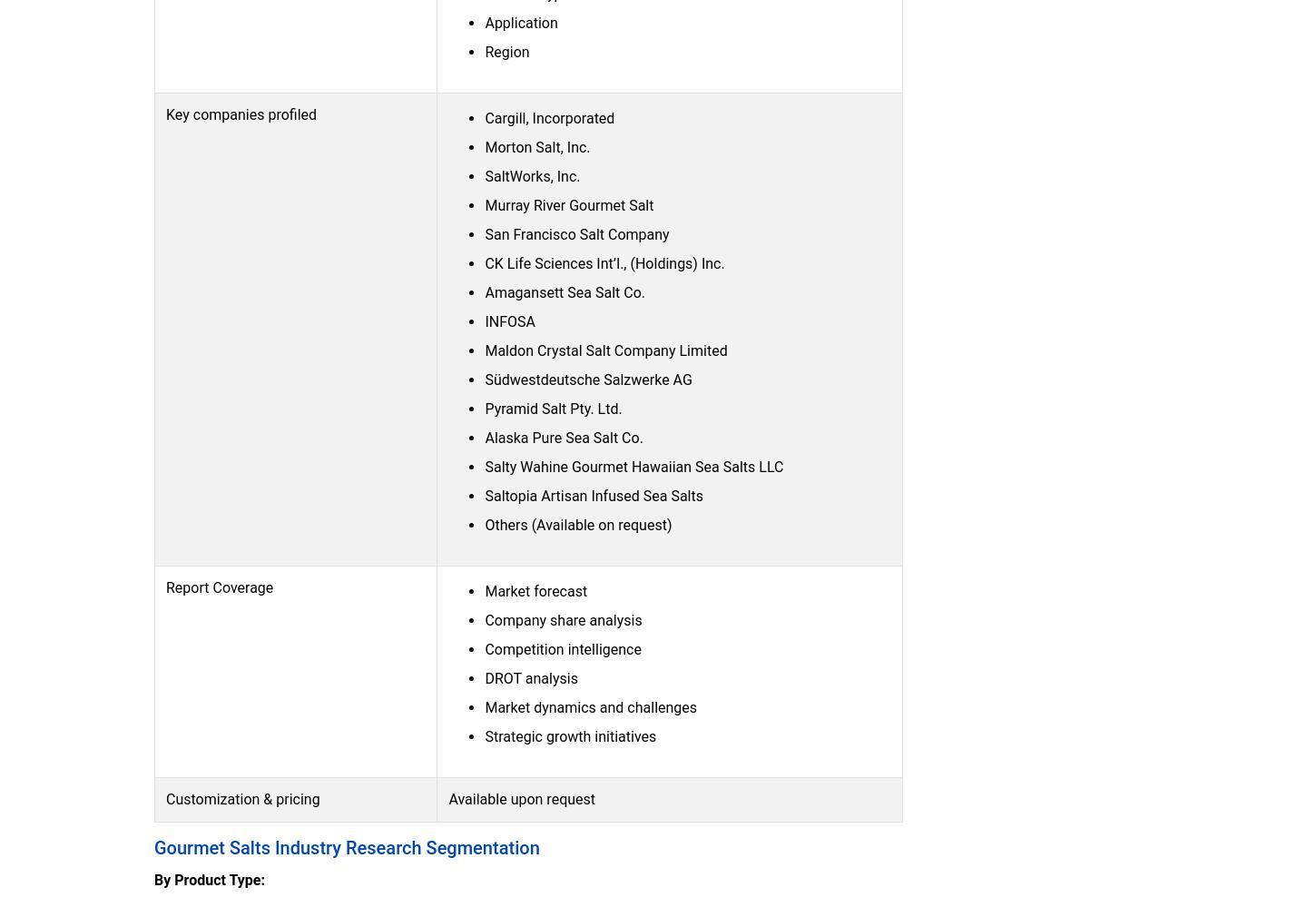  Describe the element at coordinates (485, 50) in the screenshot. I see `'Region'` at that location.